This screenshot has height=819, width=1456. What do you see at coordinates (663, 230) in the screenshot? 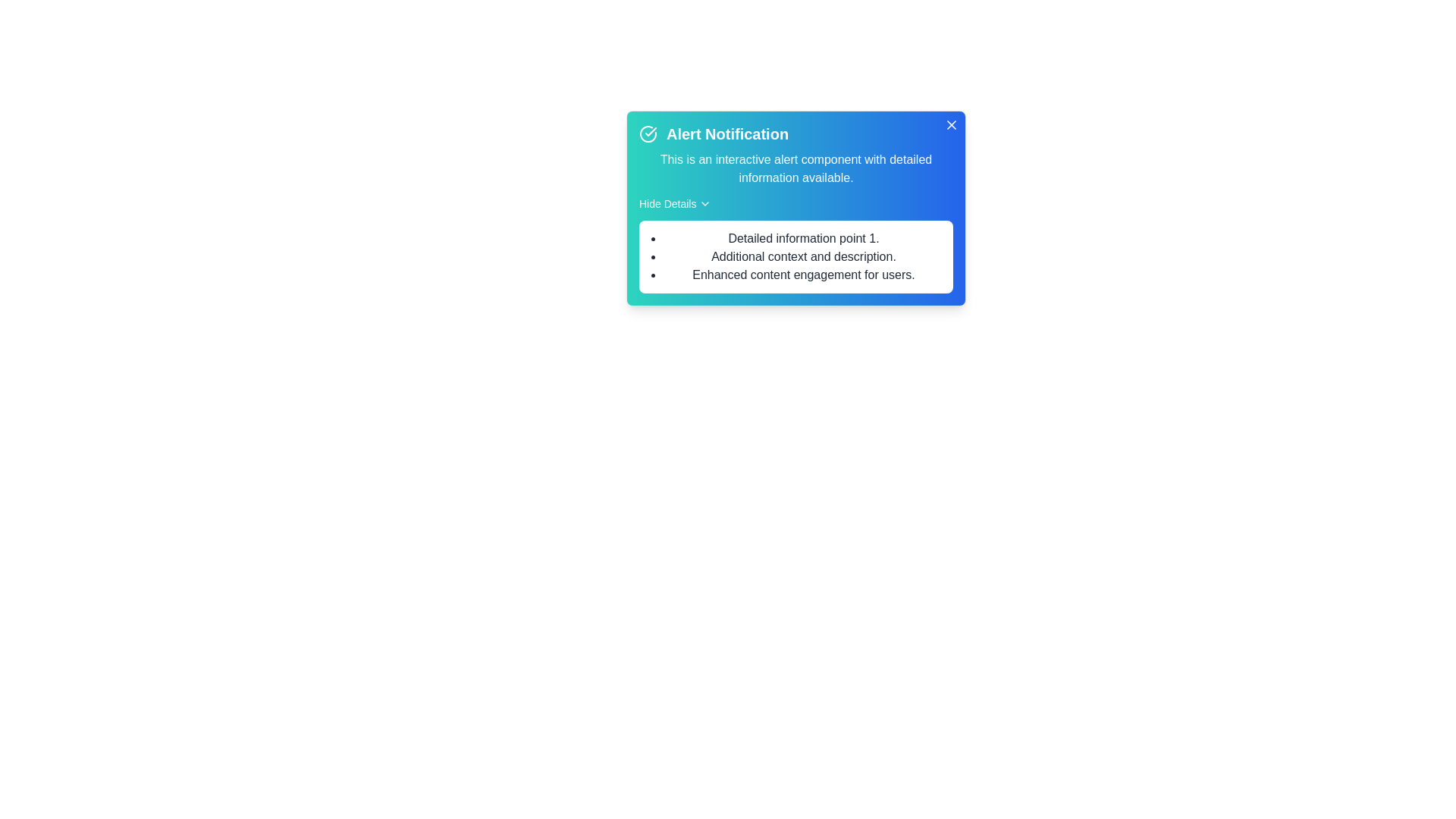
I see `the detailed information text for copying` at bounding box center [663, 230].